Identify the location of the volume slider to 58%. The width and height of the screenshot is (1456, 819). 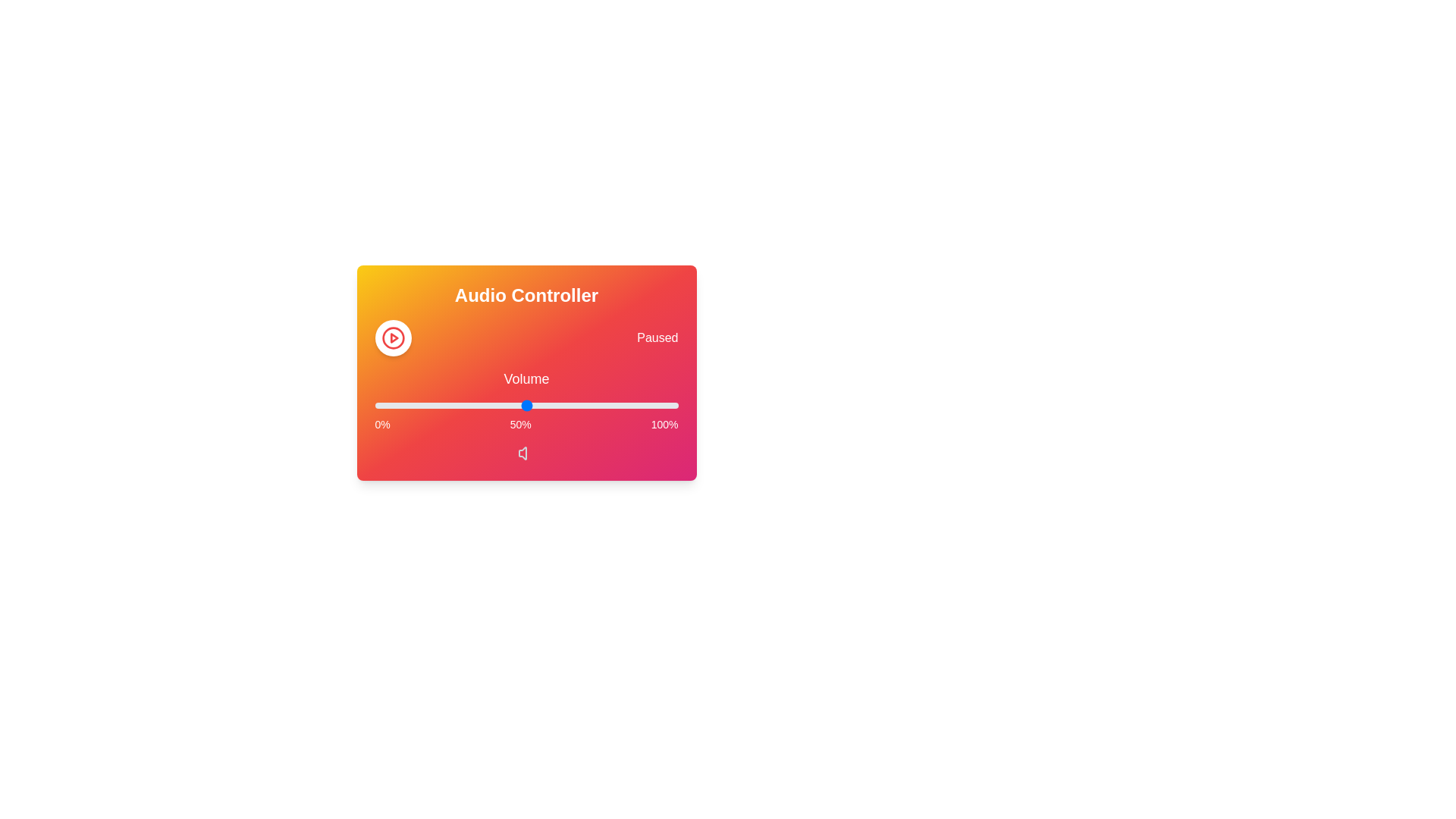
(550, 405).